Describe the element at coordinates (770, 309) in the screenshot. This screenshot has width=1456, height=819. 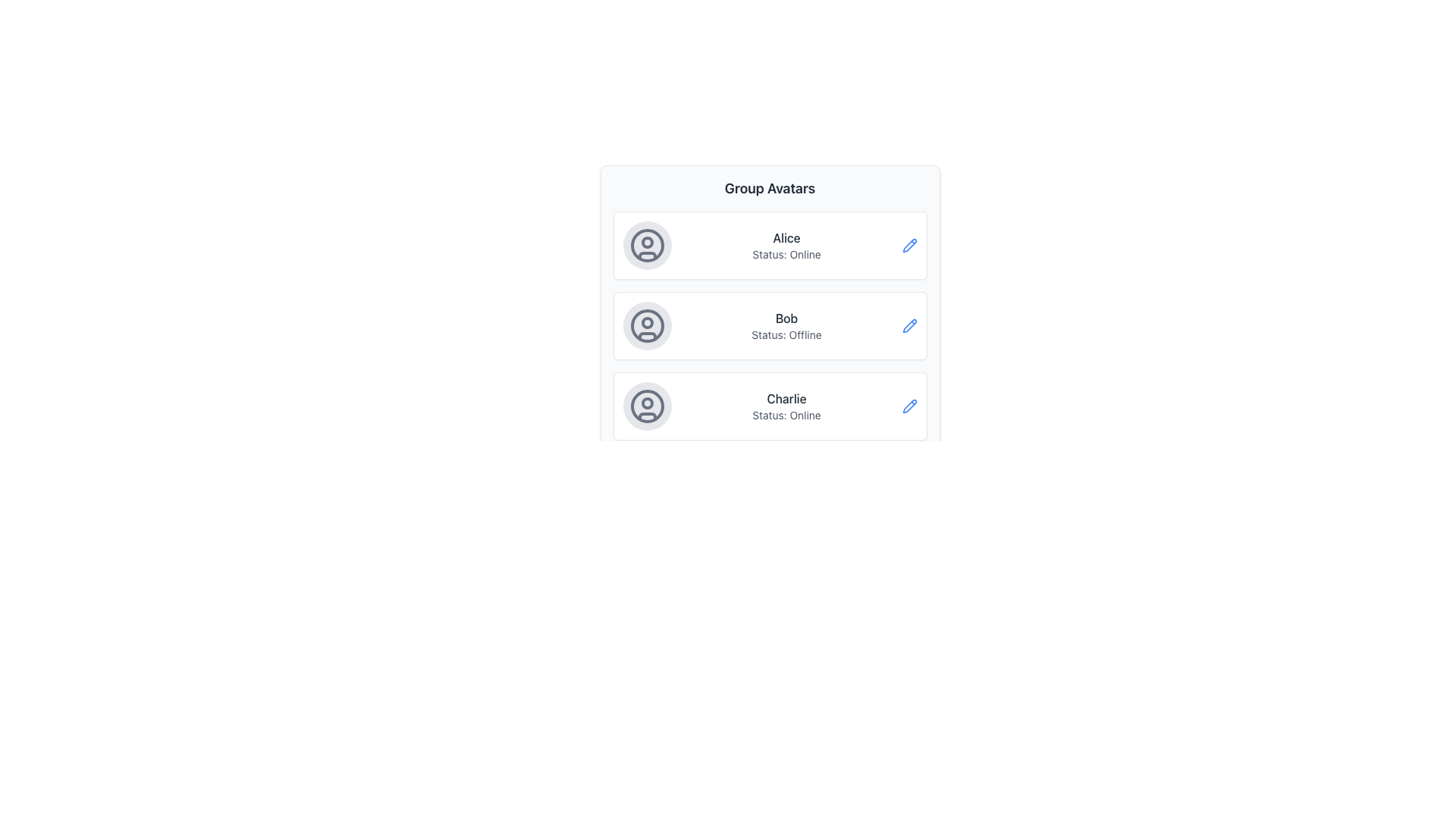
I see `the information displayed in the second List Item of the group list, which shows the user's name 'Bob' and status 'Offline'` at that location.